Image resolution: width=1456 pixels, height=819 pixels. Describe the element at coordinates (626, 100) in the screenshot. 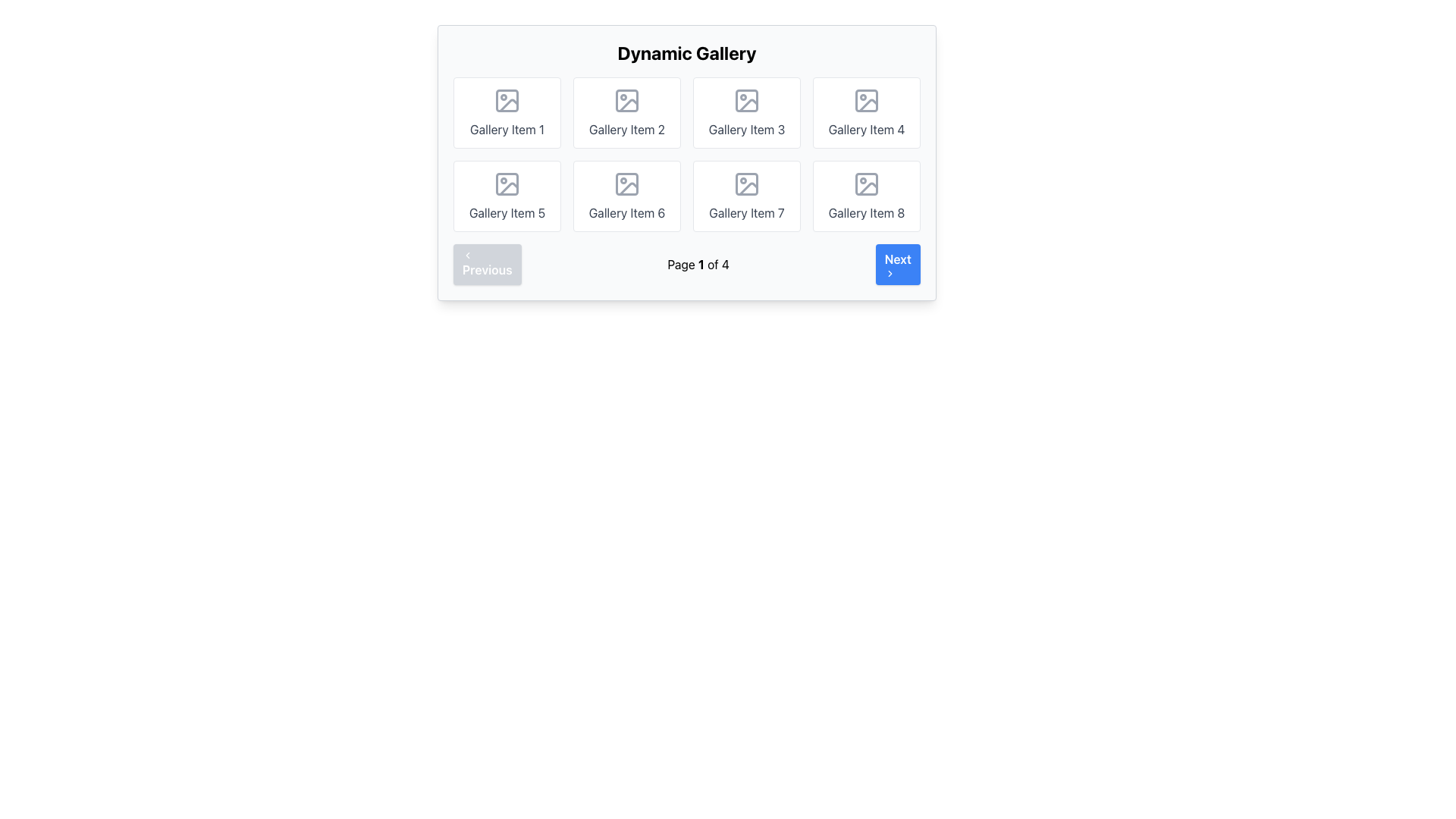

I see `the 'Gallery Item 2' icon, which is a gray rectangular frame with rounded corners containing a circular dot and a diagonal line, representing an image` at that location.